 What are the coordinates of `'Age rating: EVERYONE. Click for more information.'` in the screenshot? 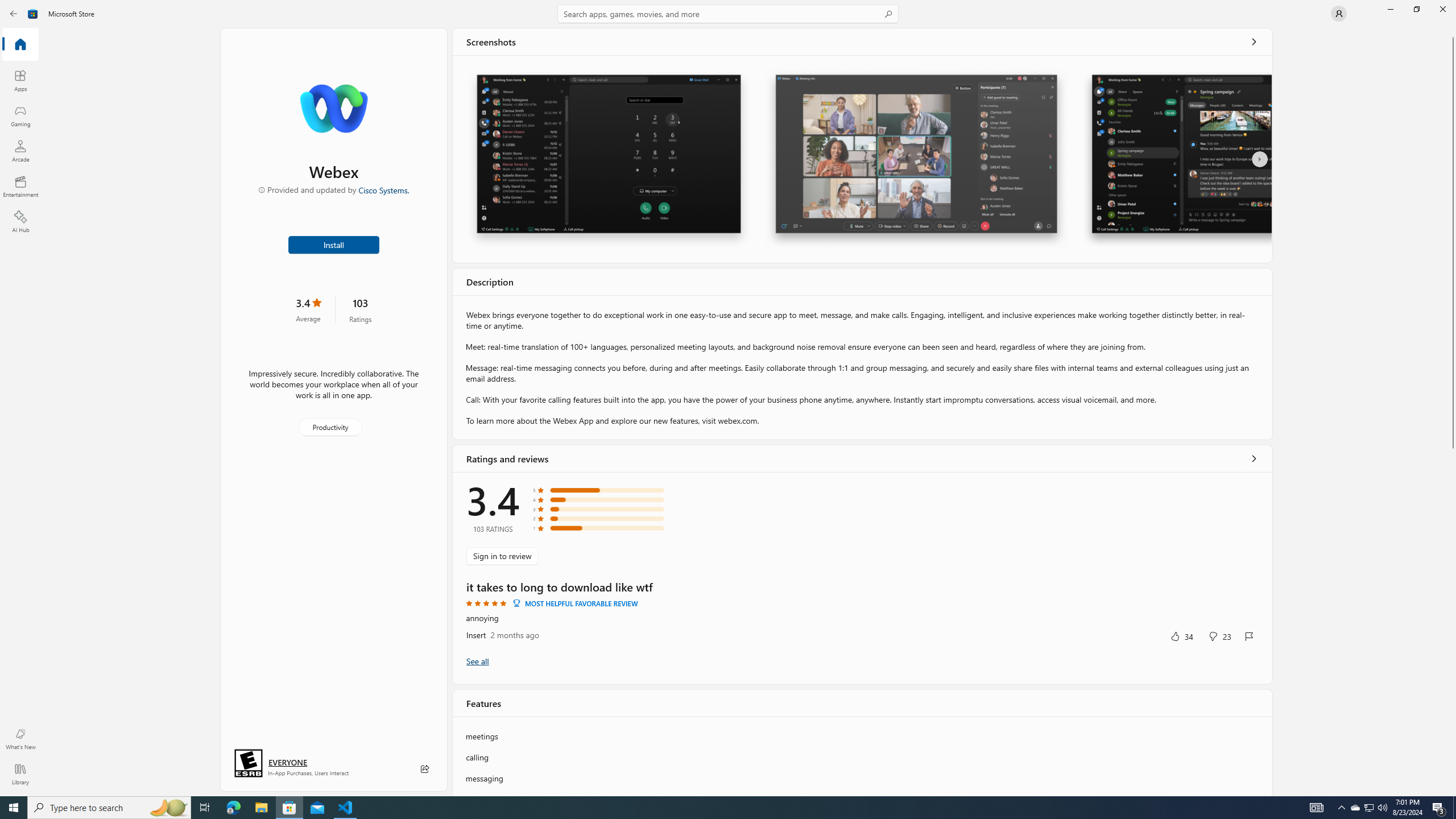 It's located at (287, 762).